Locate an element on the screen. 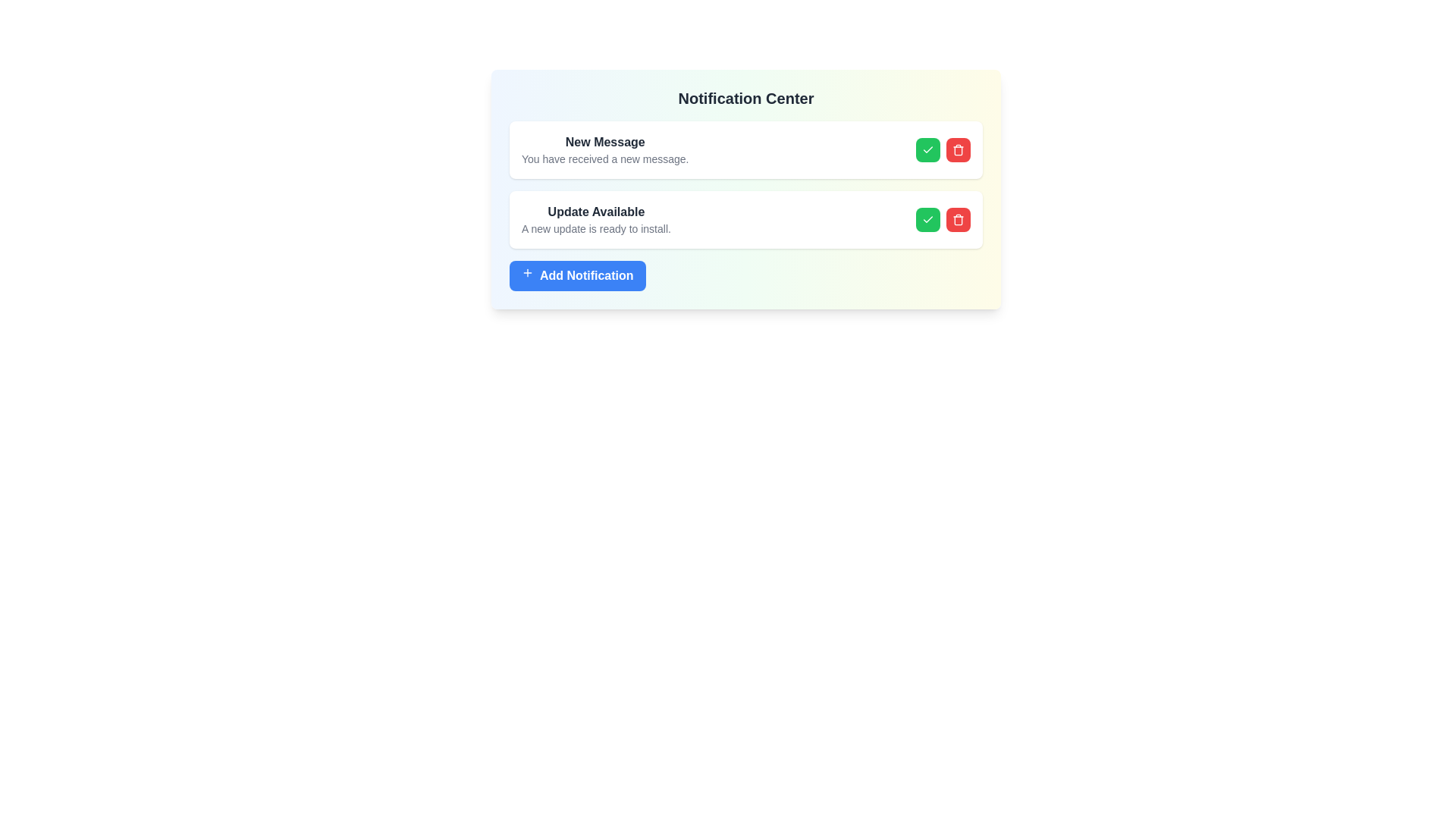  the addition icon located to the left of the 'Add Notification' button at the bottom of the interface is located at coordinates (528, 271).